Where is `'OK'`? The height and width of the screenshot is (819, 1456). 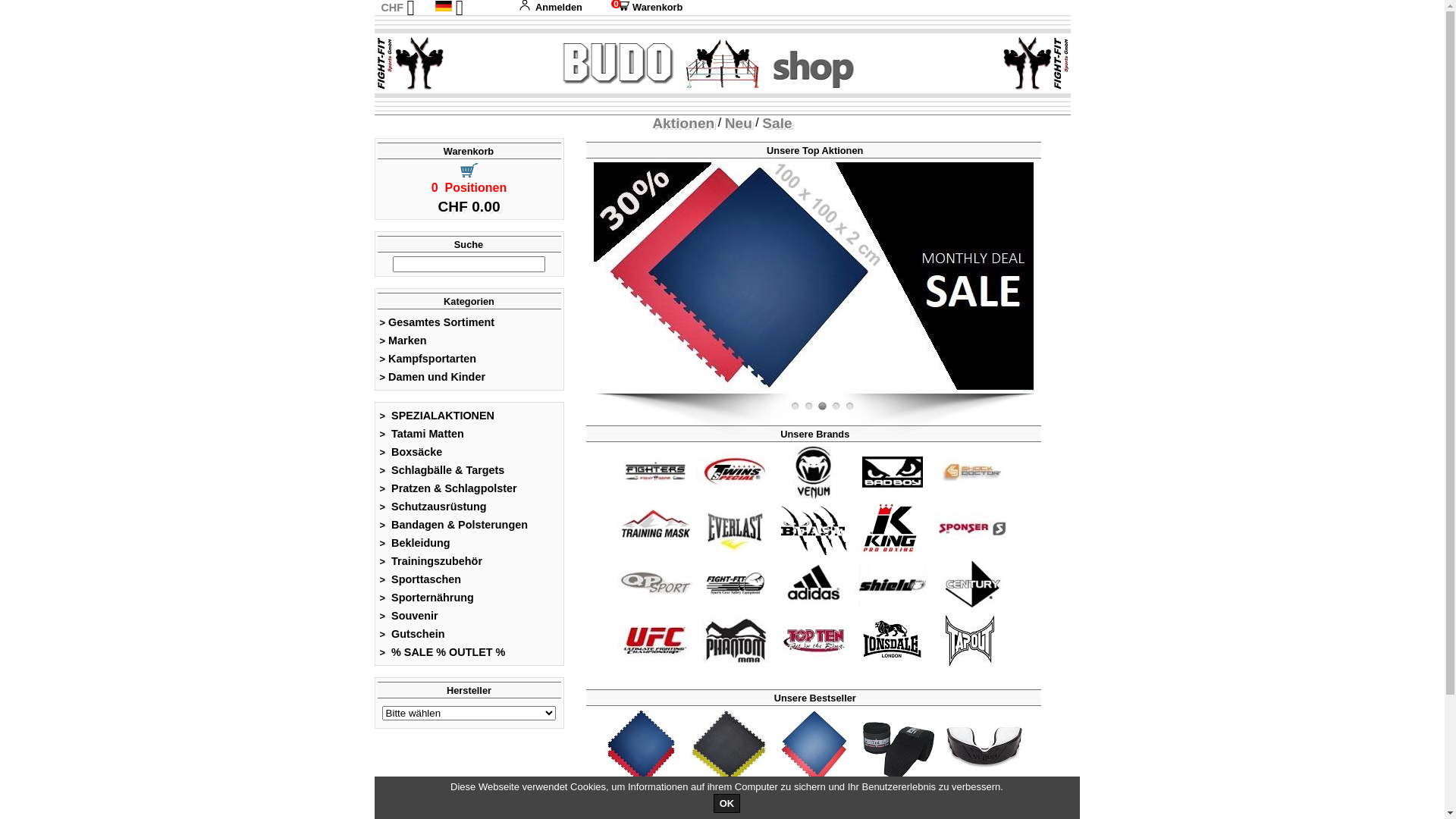 'OK' is located at coordinates (726, 802).